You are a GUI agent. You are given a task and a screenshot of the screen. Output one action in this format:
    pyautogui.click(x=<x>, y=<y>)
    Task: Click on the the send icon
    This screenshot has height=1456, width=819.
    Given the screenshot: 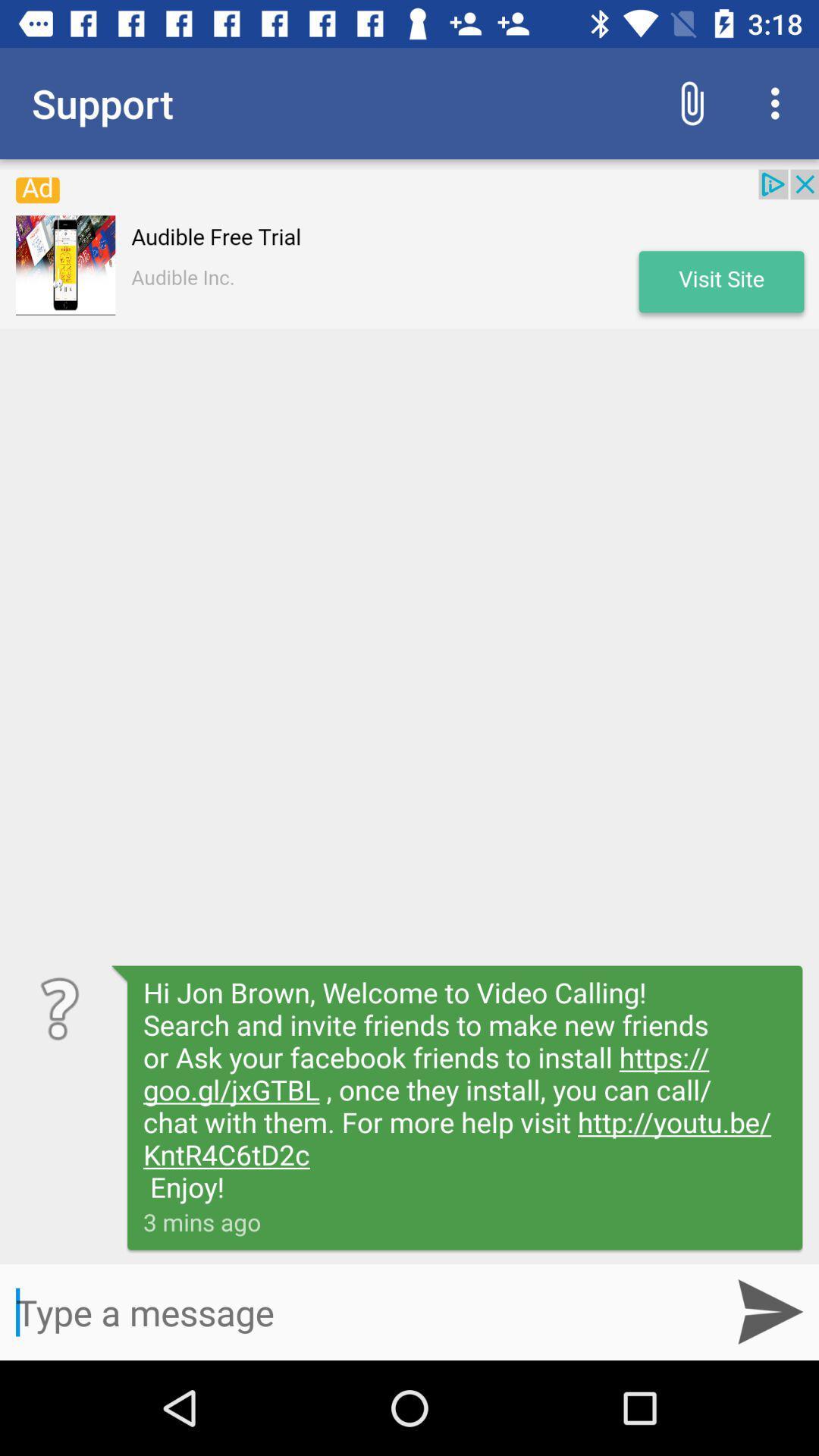 What is the action you would take?
    pyautogui.click(x=771, y=1311)
    